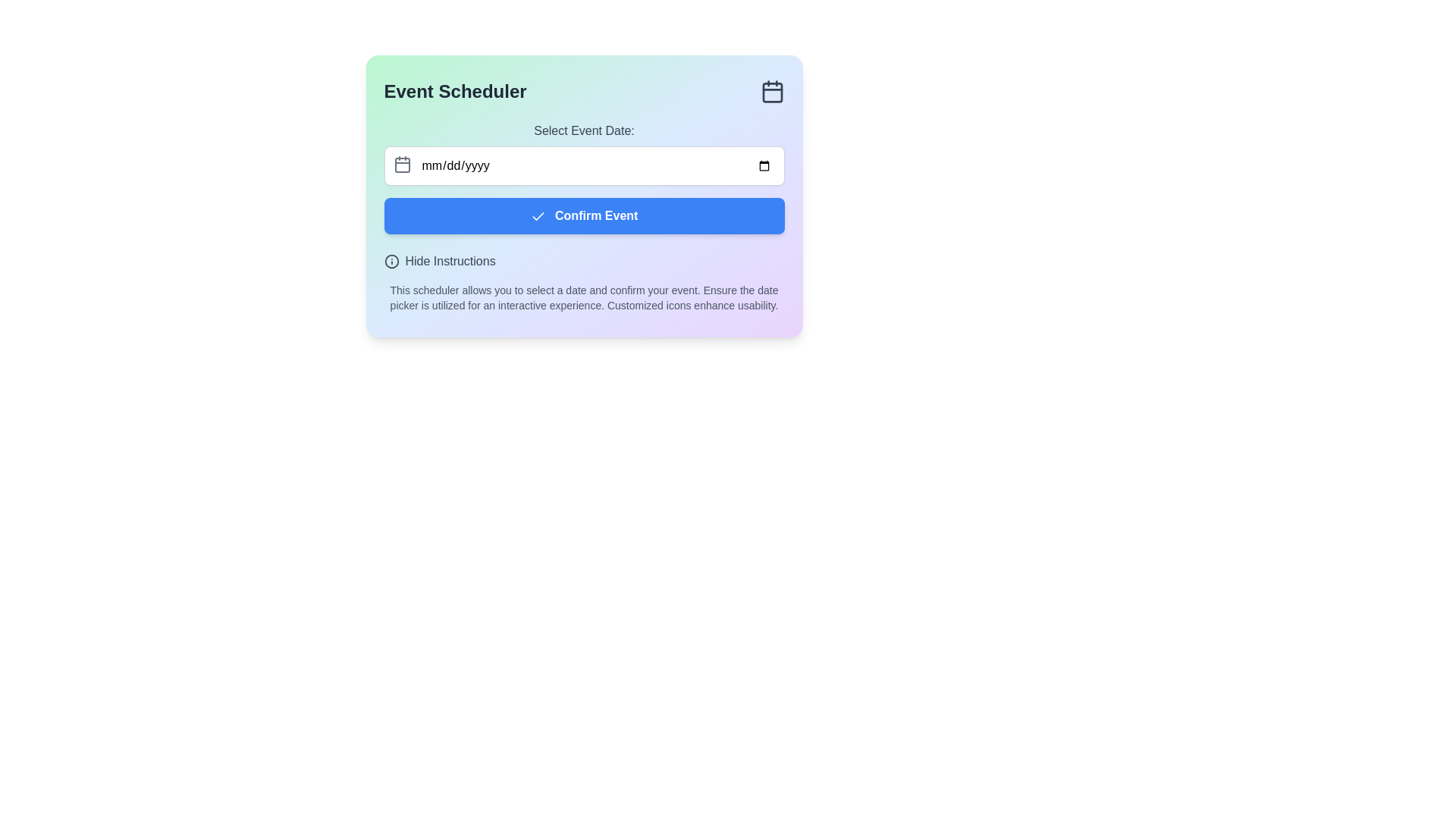  I want to click on the rounded rectangle element within the calendar icon located in the top-right corner of the scheduling interface, so click(772, 93).